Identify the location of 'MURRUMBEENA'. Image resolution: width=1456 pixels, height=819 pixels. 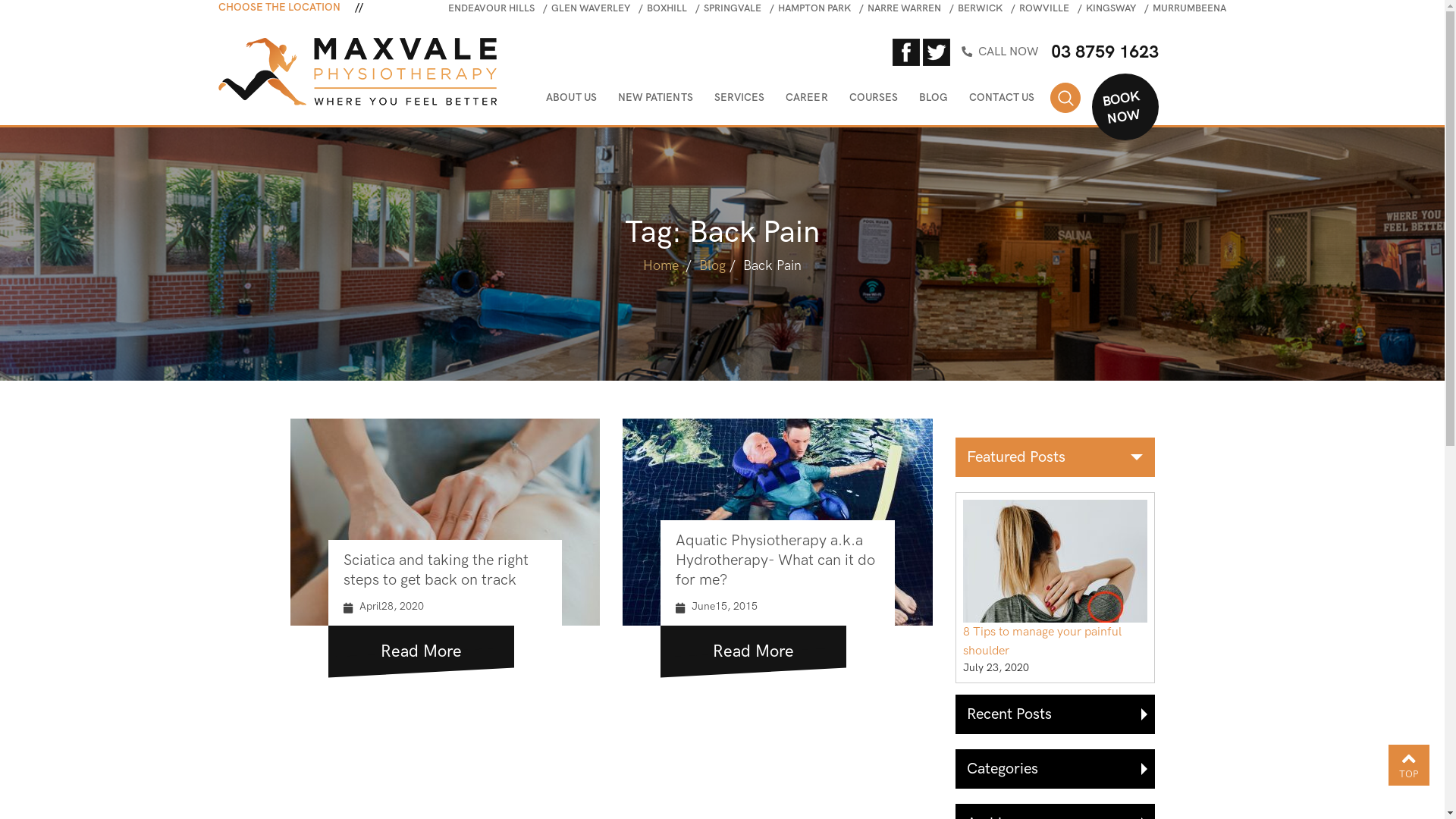
(1188, 8).